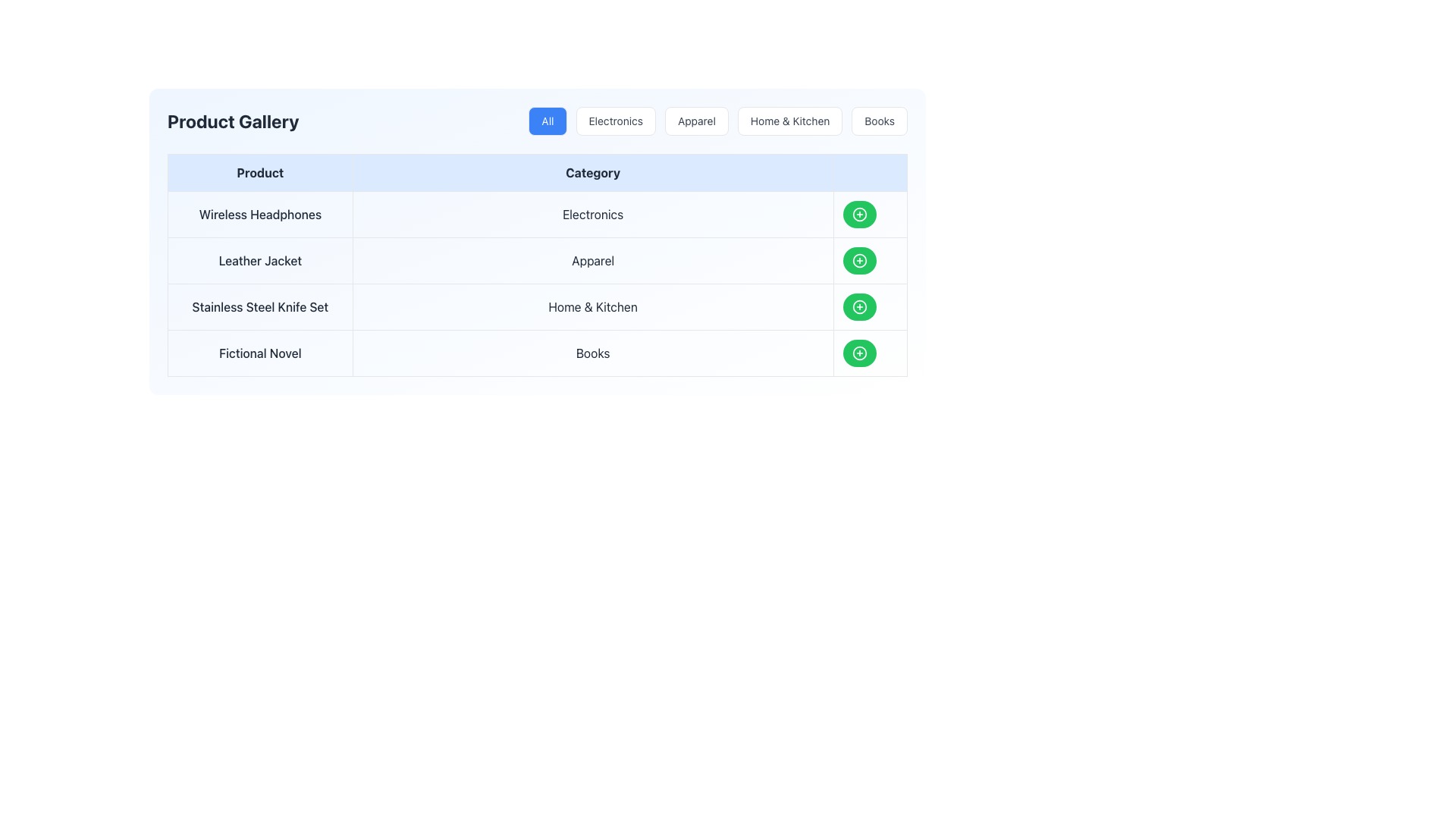 Image resolution: width=1456 pixels, height=819 pixels. Describe the element at coordinates (260, 259) in the screenshot. I see `the 'Leather Jacket' text label in the 'Product' column of the grid layout, which is located in the second row and is the first text item of that row` at that location.